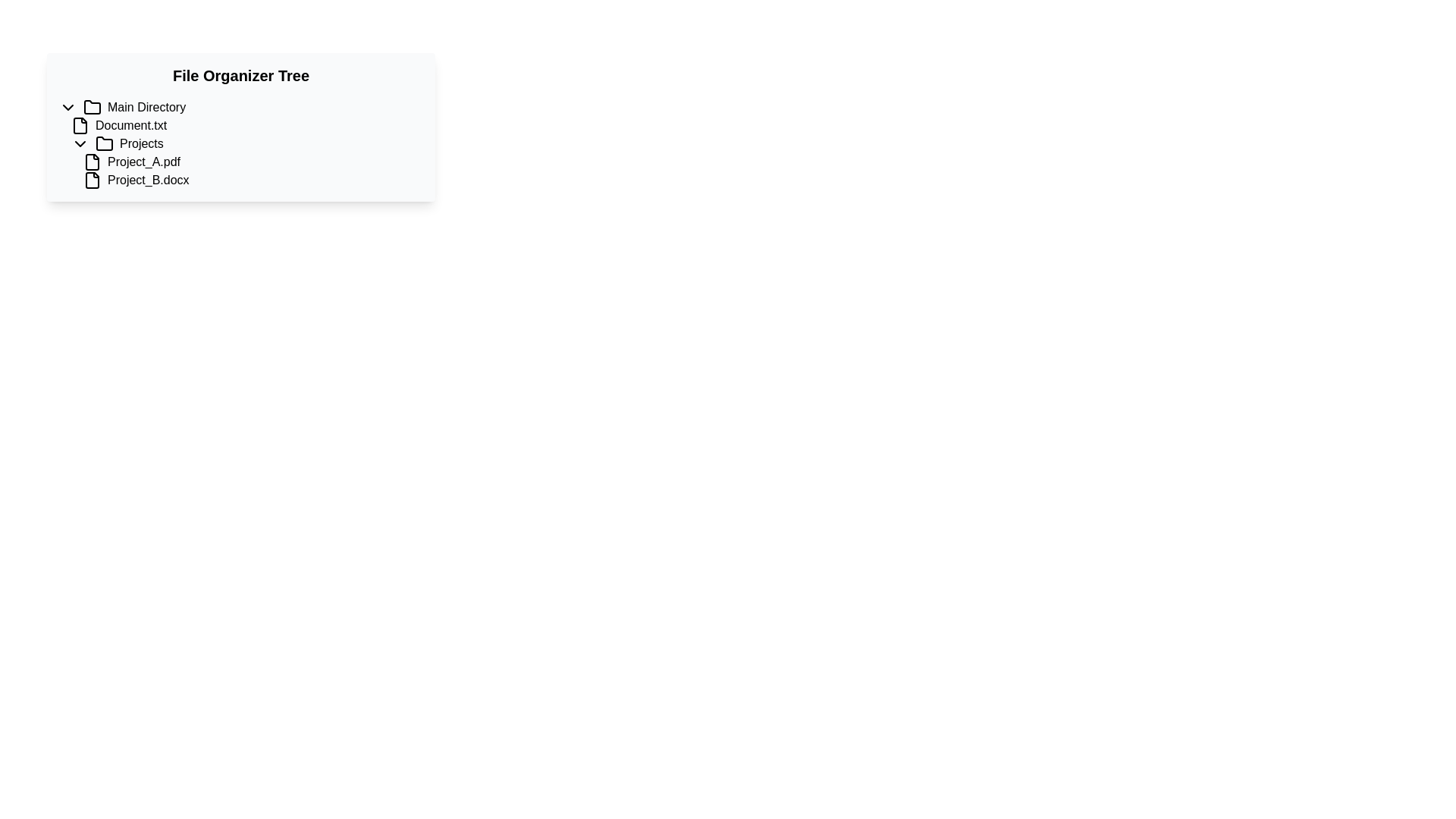 The width and height of the screenshot is (1456, 819). I want to click on the folder icon that is styled with a minimalistic outline and positioned adjacent to the text 'Projects', so click(104, 143).